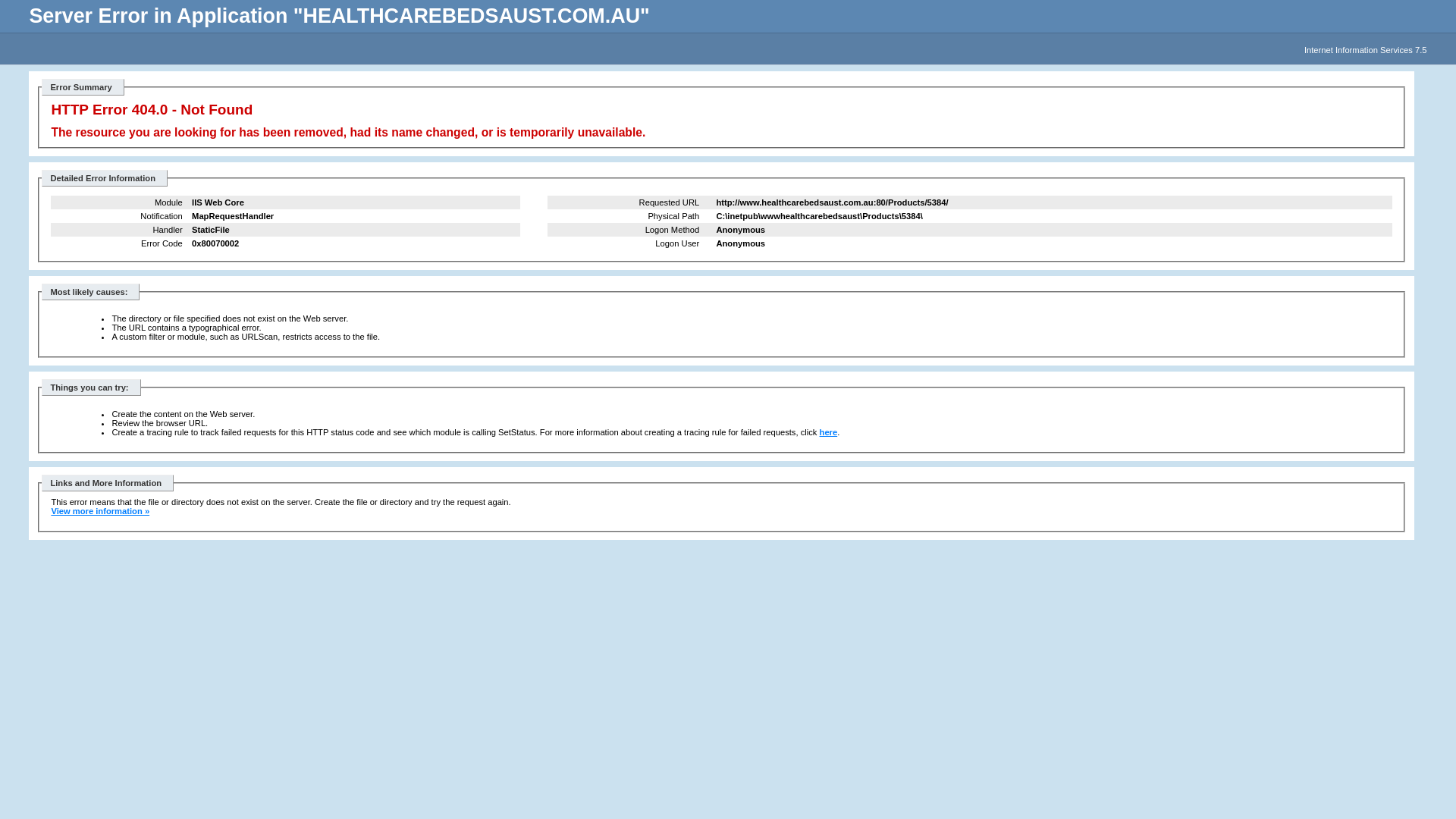 This screenshot has width=1456, height=819. What do you see at coordinates (828, 432) in the screenshot?
I see `'here'` at bounding box center [828, 432].